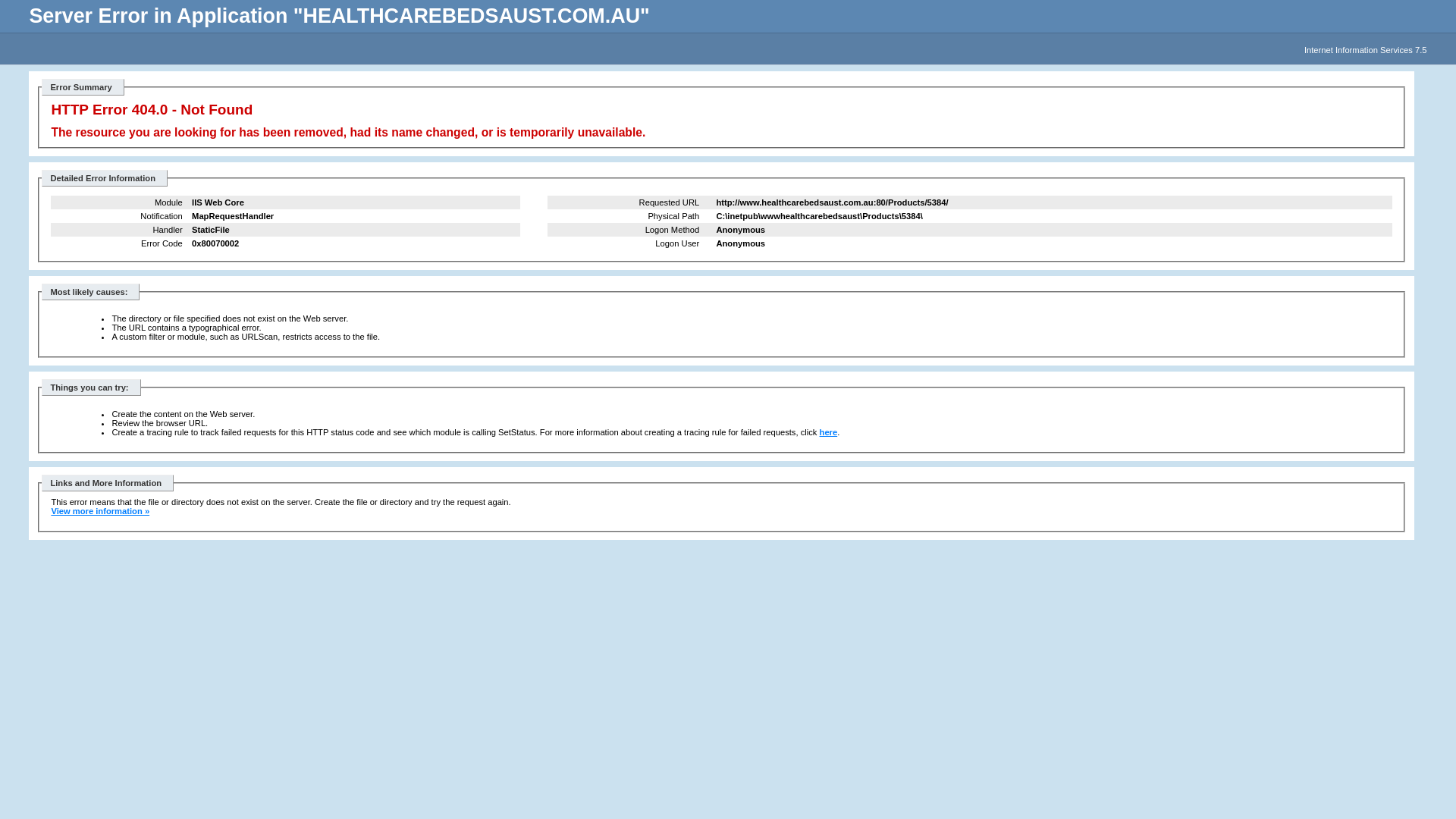 This screenshot has width=1456, height=819. What do you see at coordinates (828, 432) in the screenshot?
I see `'here'` at bounding box center [828, 432].